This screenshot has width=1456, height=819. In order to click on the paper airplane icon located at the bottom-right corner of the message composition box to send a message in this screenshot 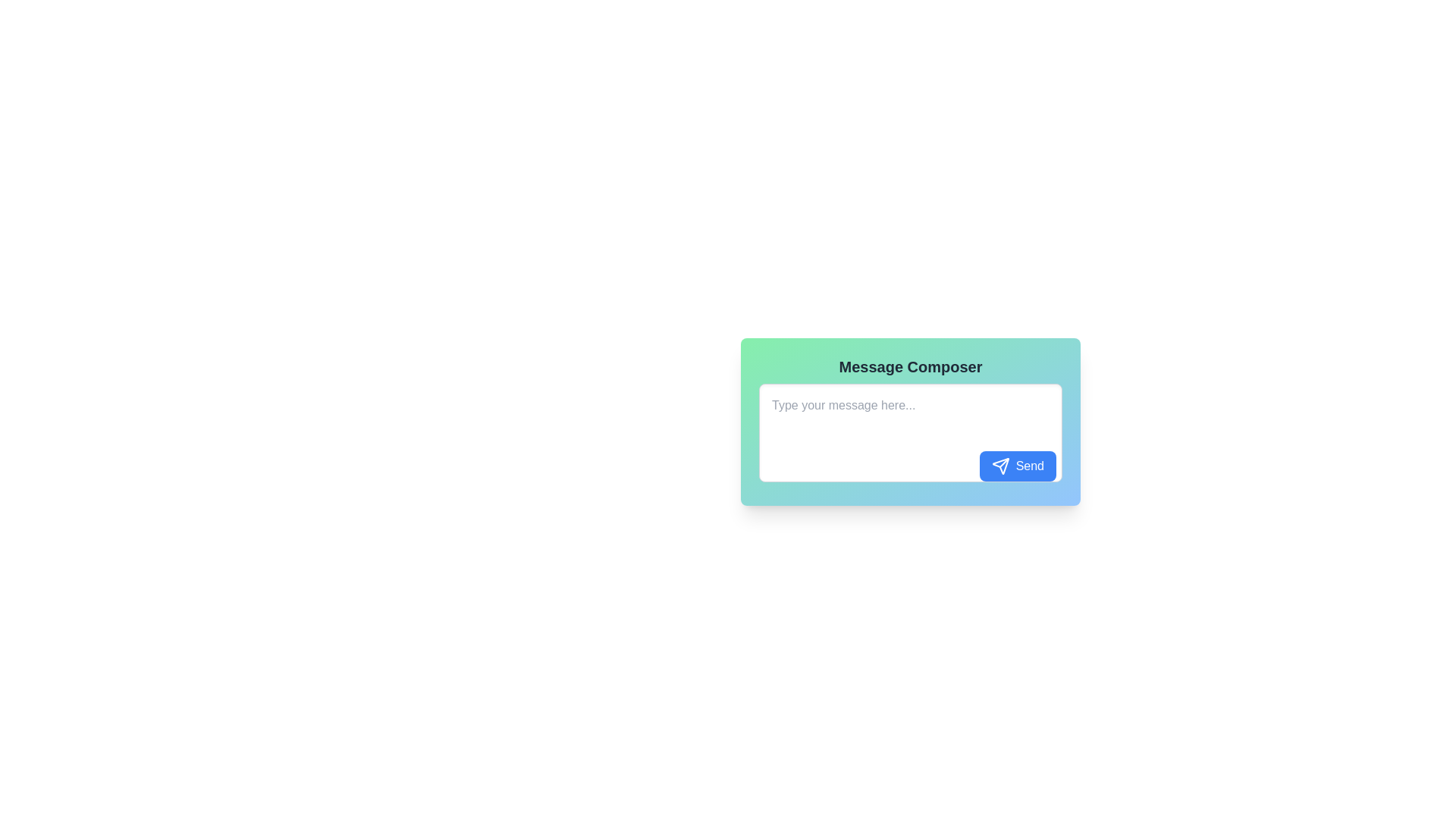, I will do `click(1000, 465)`.